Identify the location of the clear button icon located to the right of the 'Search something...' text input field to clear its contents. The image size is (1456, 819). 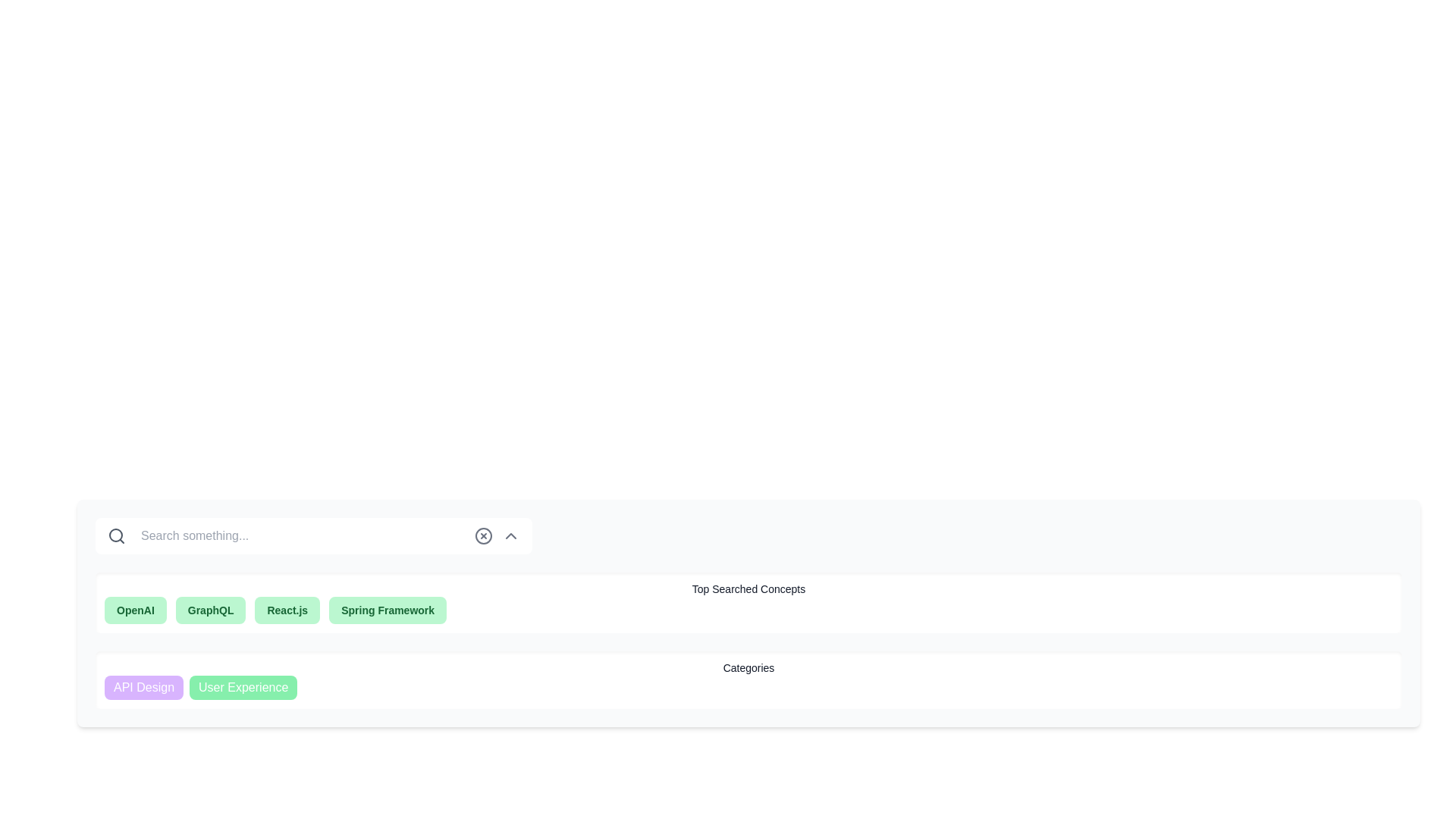
(483, 535).